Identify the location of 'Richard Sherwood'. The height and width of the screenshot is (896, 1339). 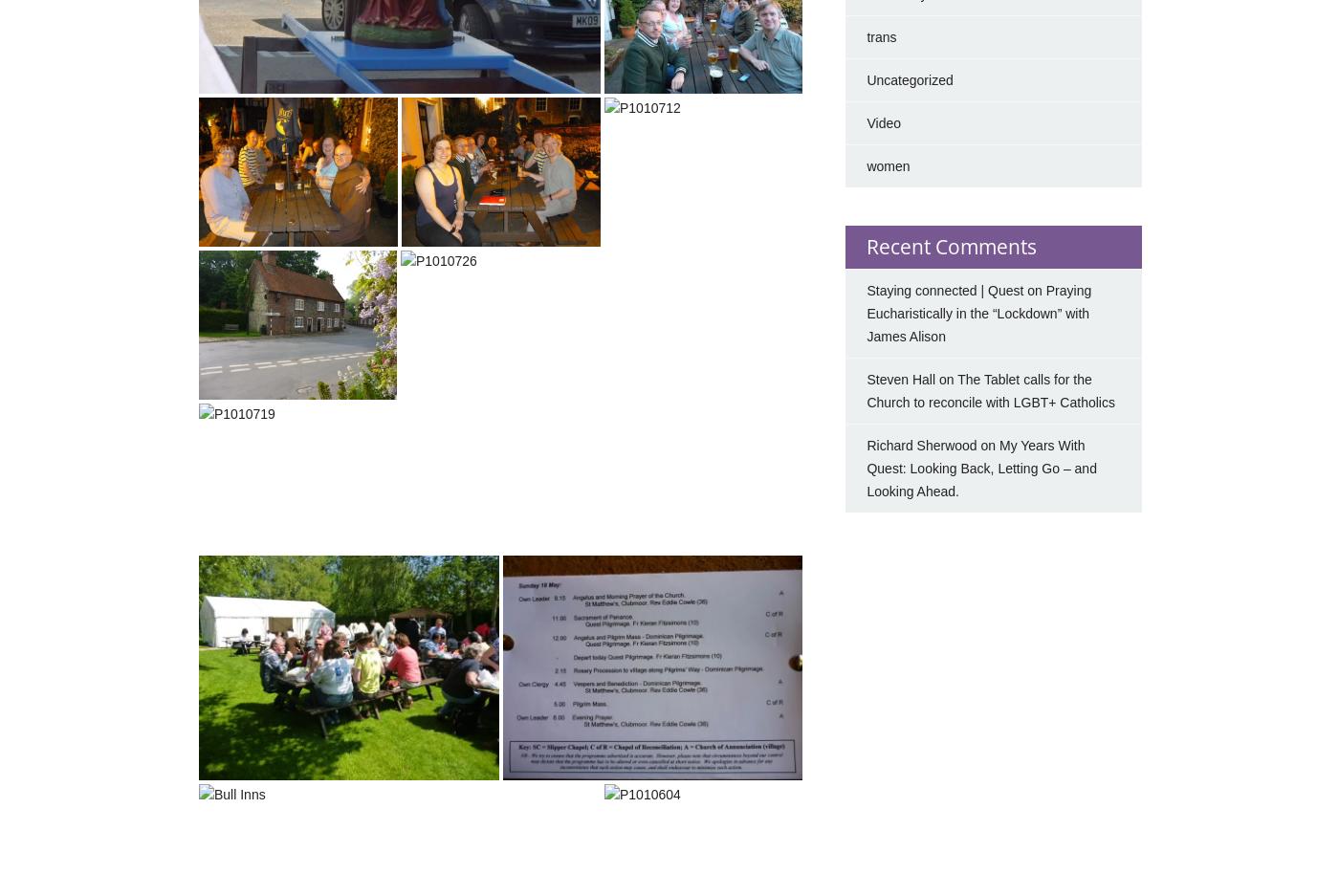
(921, 444).